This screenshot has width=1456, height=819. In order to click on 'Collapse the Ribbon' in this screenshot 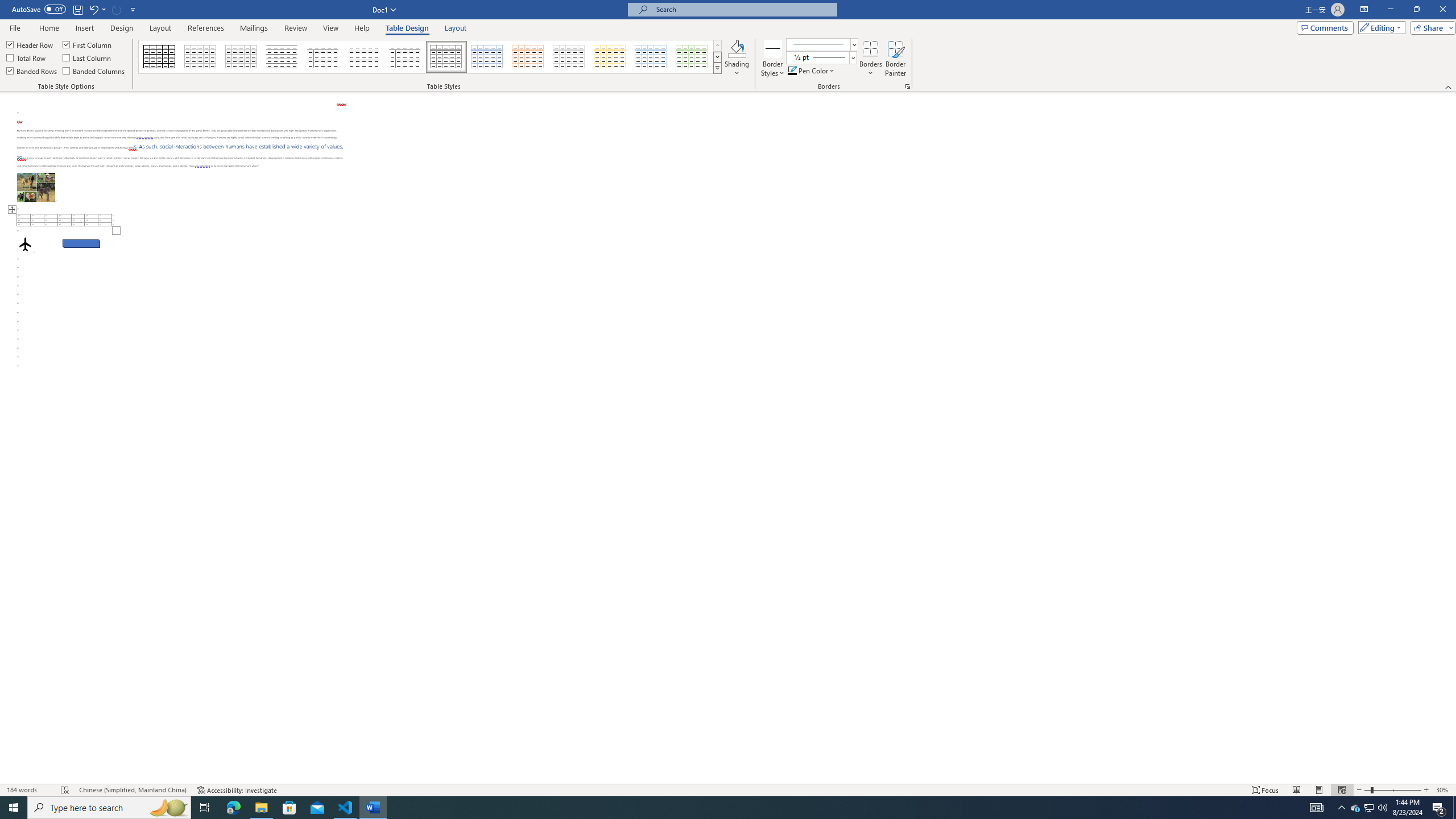, I will do `click(1449, 87)`.